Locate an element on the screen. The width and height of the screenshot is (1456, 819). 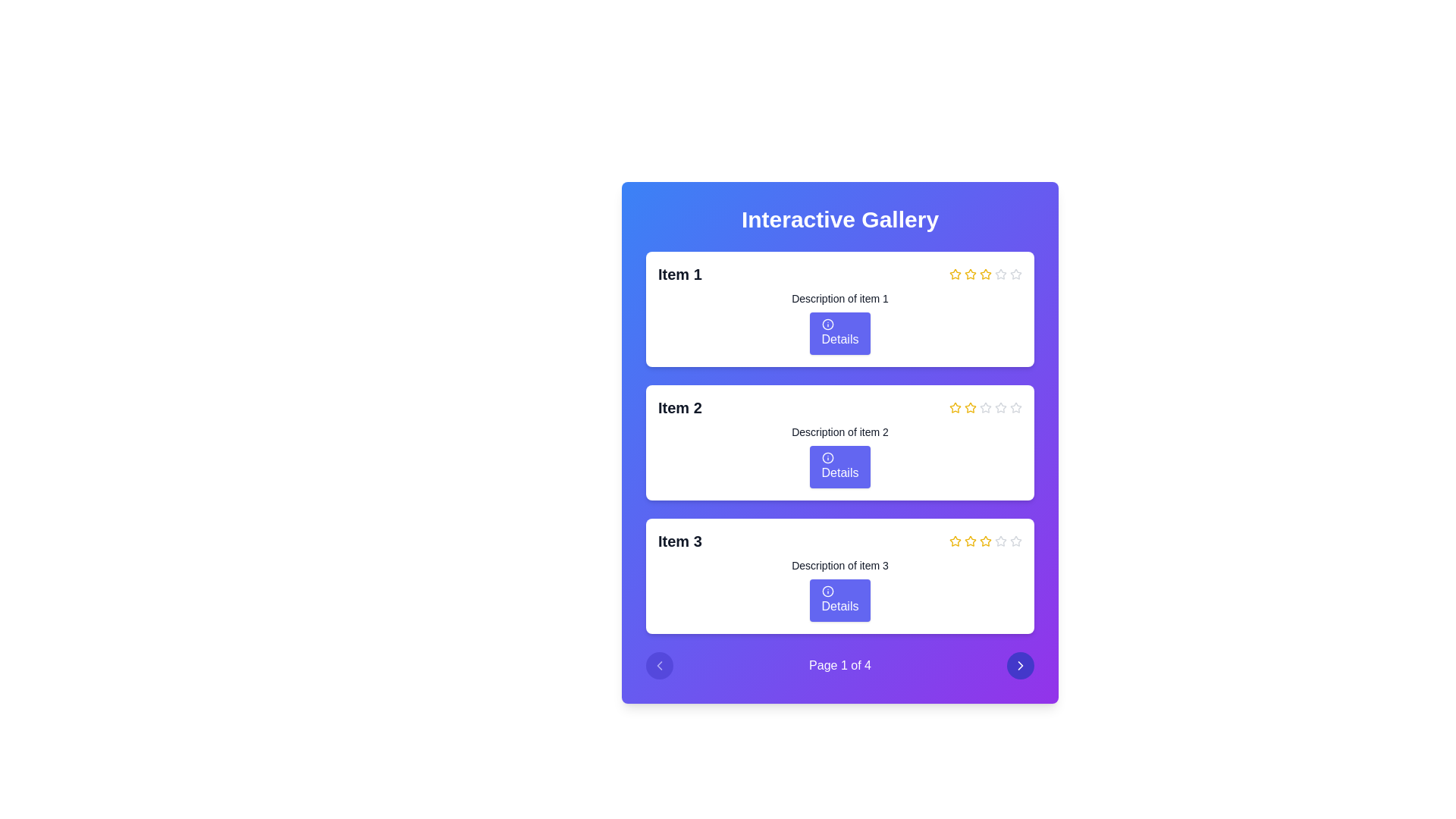
the third yellow star-shaped icon in the user rating feature for 'Item 1' is located at coordinates (971, 275).